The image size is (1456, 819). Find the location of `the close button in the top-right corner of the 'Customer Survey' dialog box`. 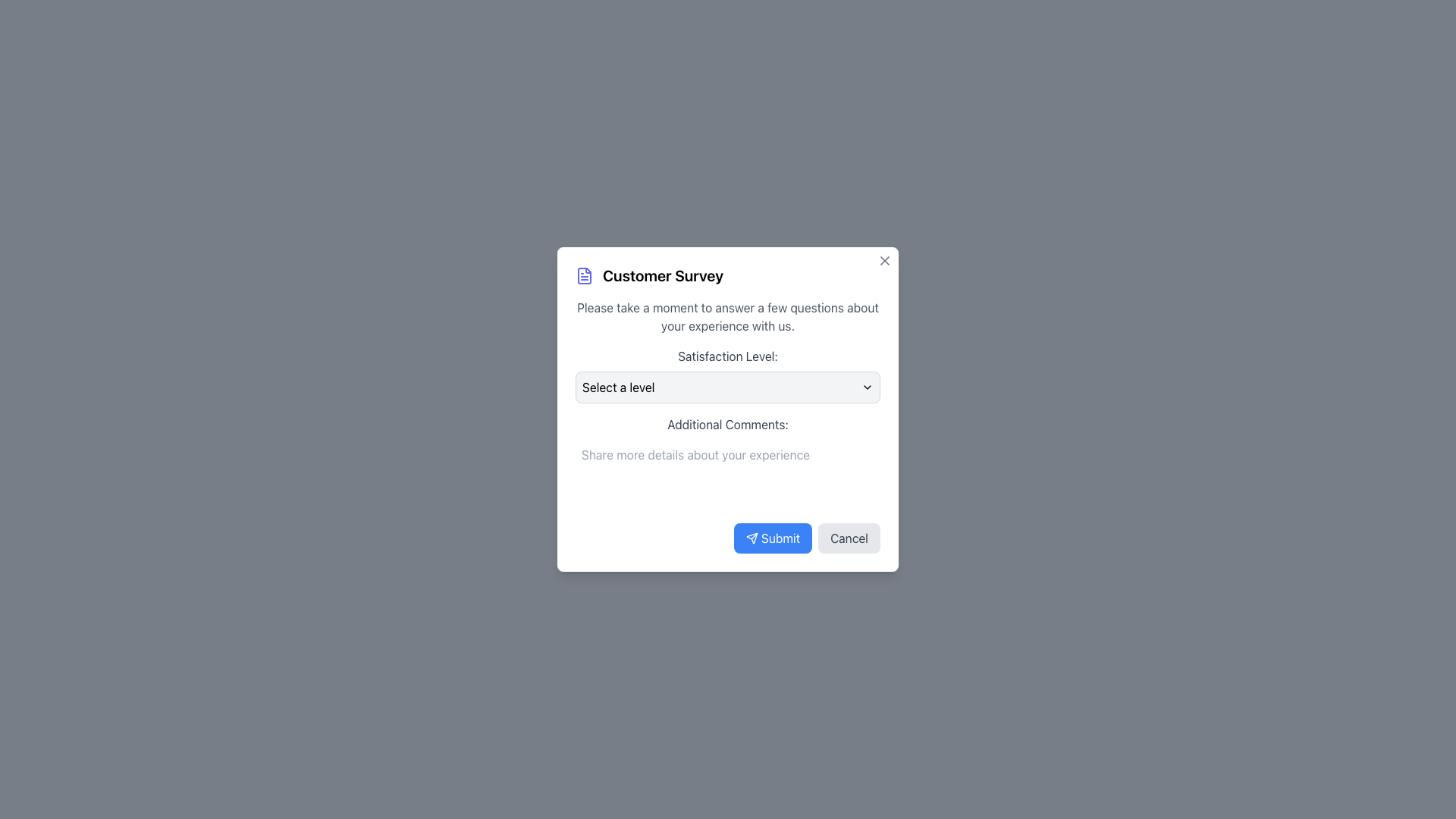

the close button in the top-right corner of the 'Customer Survey' dialog box is located at coordinates (884, 259).